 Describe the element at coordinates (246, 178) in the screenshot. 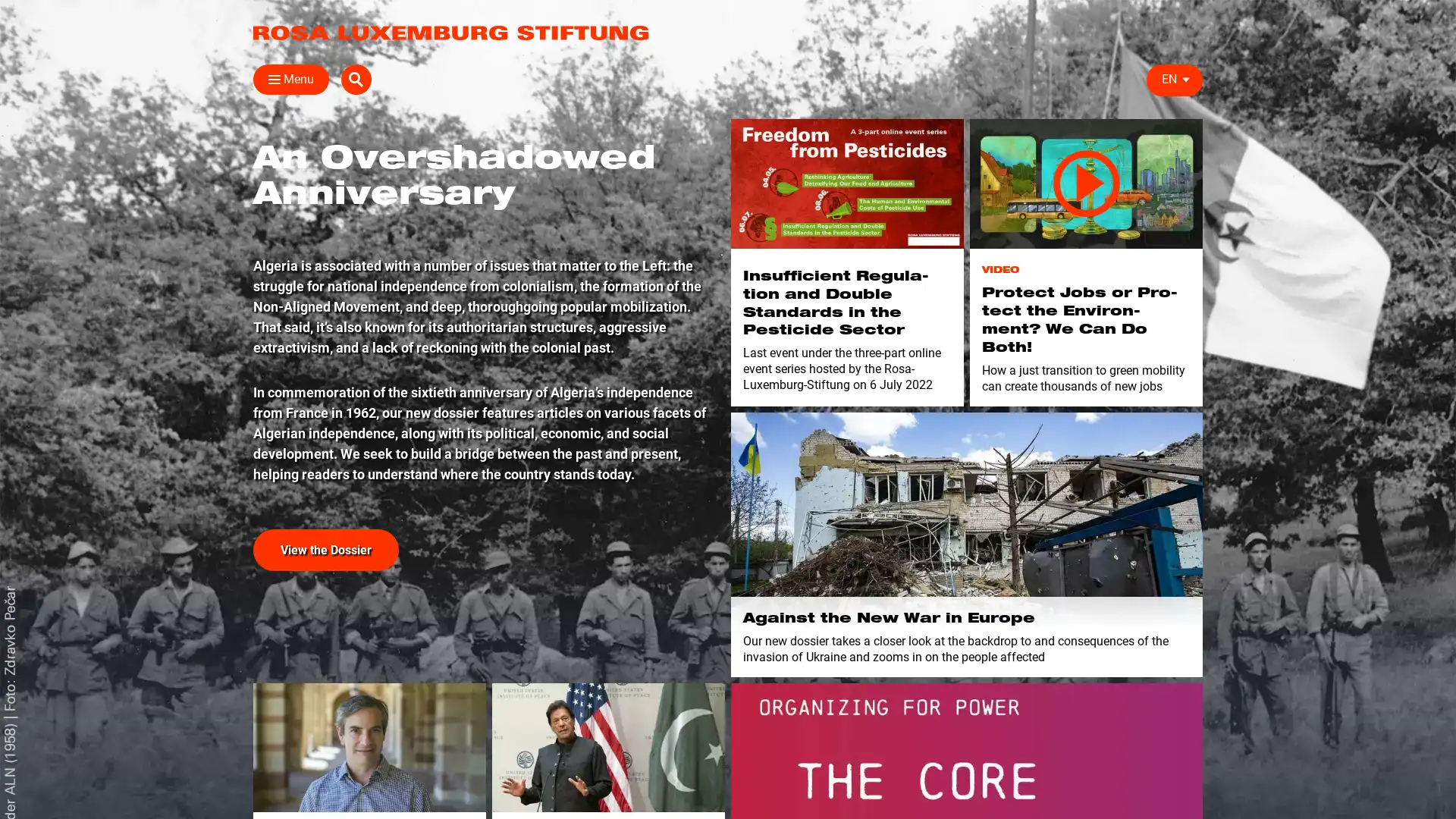

I see `Show more / less` at that location.